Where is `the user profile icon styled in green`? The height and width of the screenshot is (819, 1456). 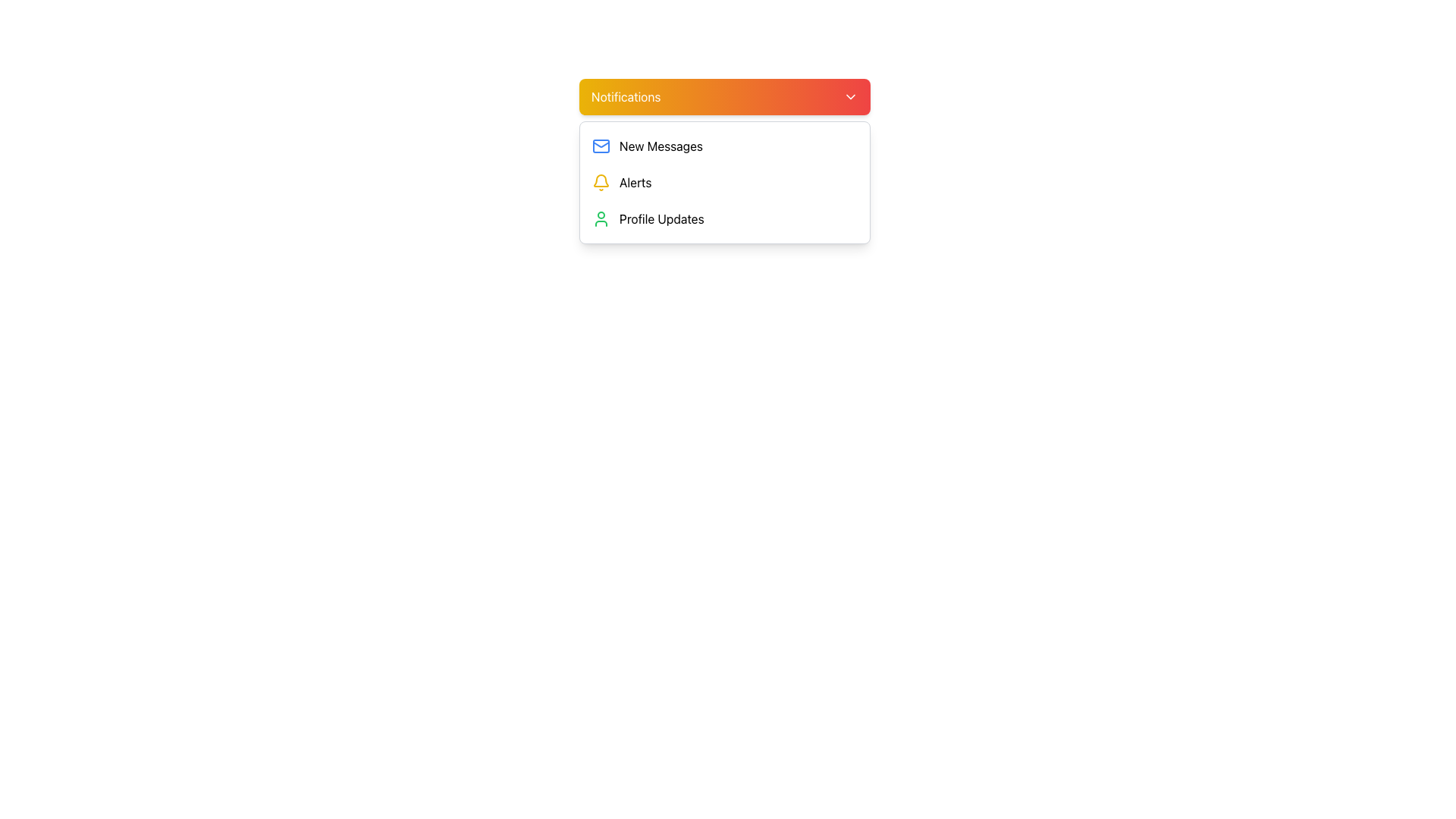 the user profile icon styled in green is located at coordinates (600, 219).